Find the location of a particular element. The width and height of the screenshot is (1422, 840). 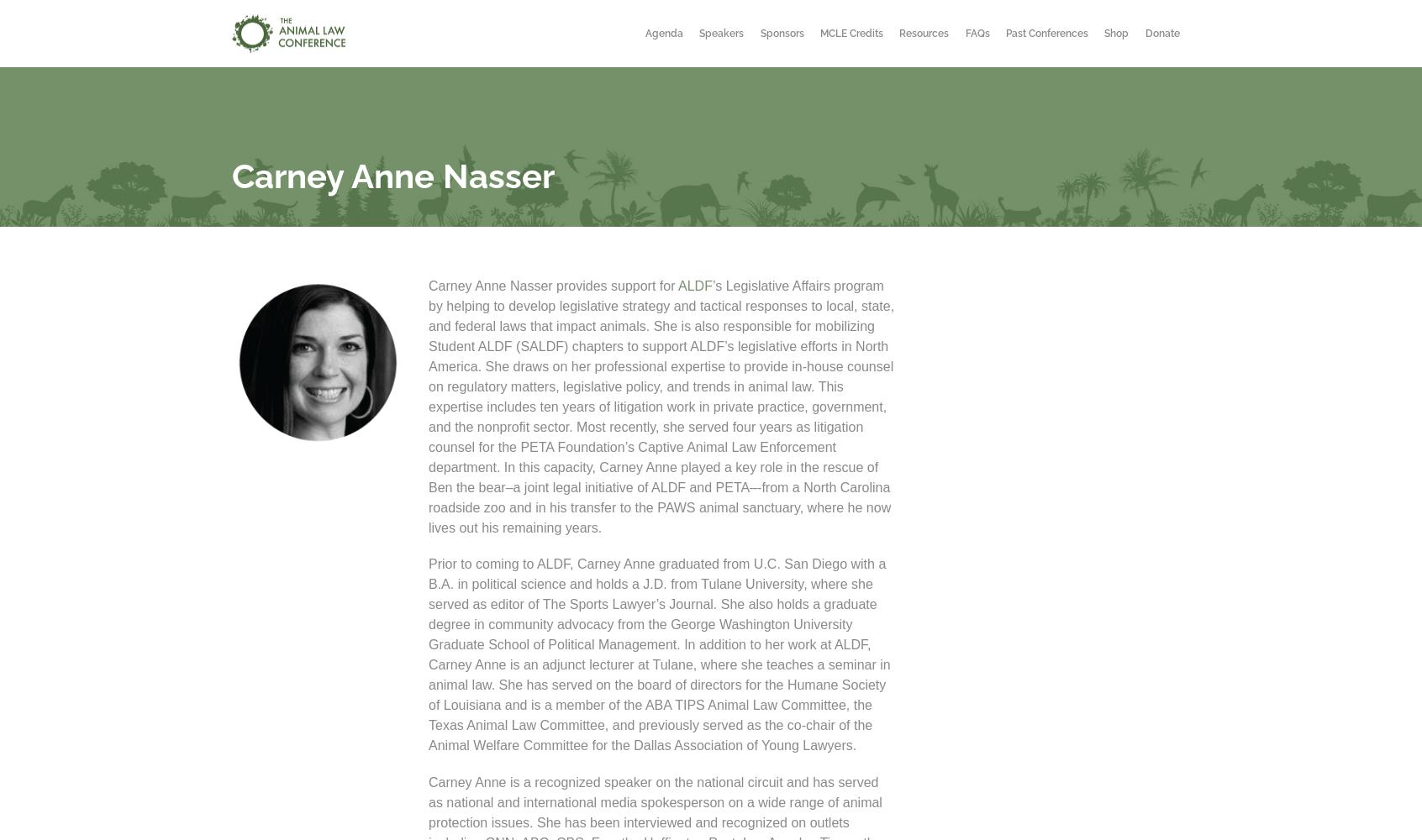

'FAQs' is located at coordinates (976, 34).